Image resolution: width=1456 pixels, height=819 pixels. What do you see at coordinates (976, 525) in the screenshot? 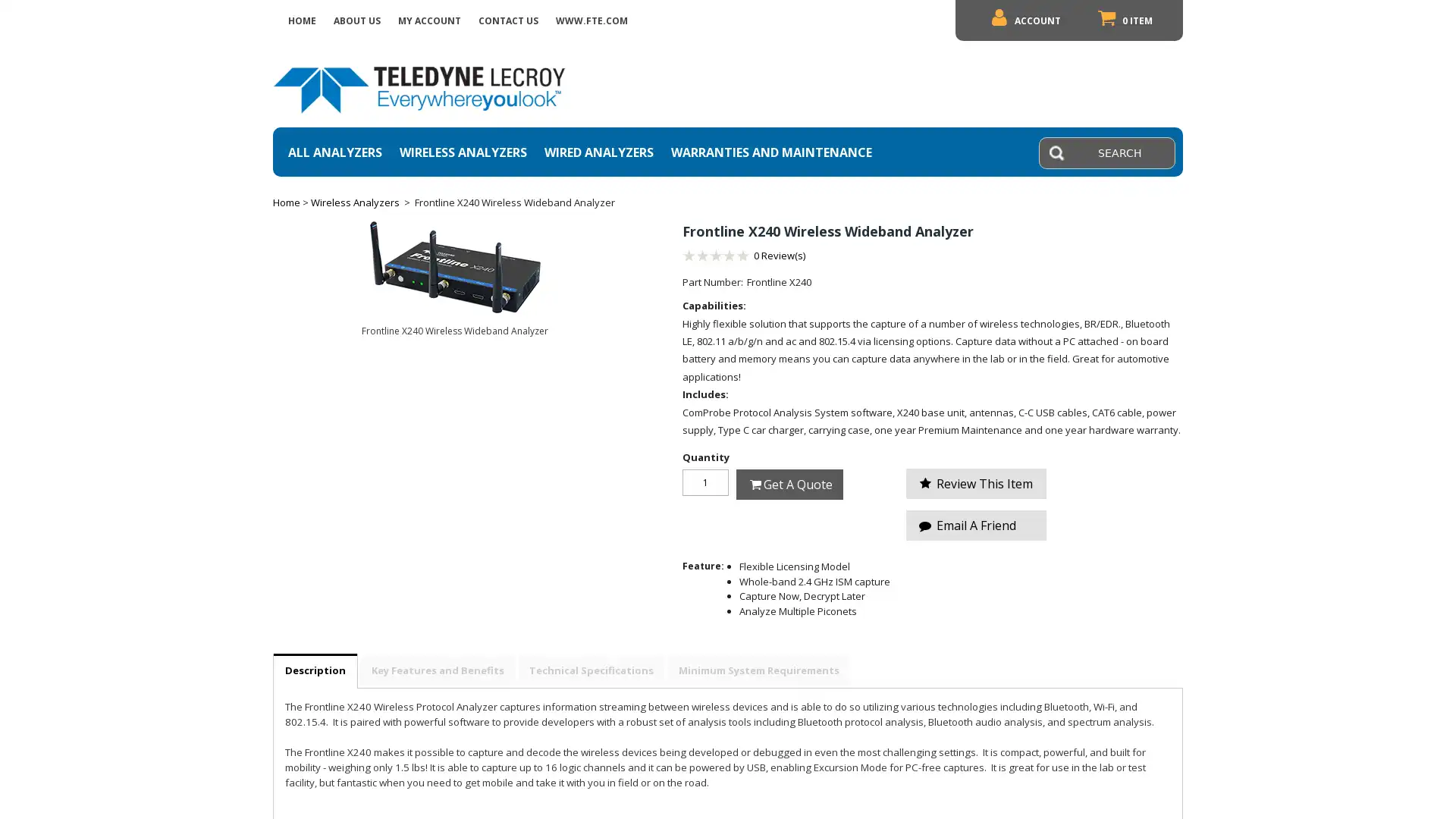
I see `Email A Friend` at bounding box center [976, 525].